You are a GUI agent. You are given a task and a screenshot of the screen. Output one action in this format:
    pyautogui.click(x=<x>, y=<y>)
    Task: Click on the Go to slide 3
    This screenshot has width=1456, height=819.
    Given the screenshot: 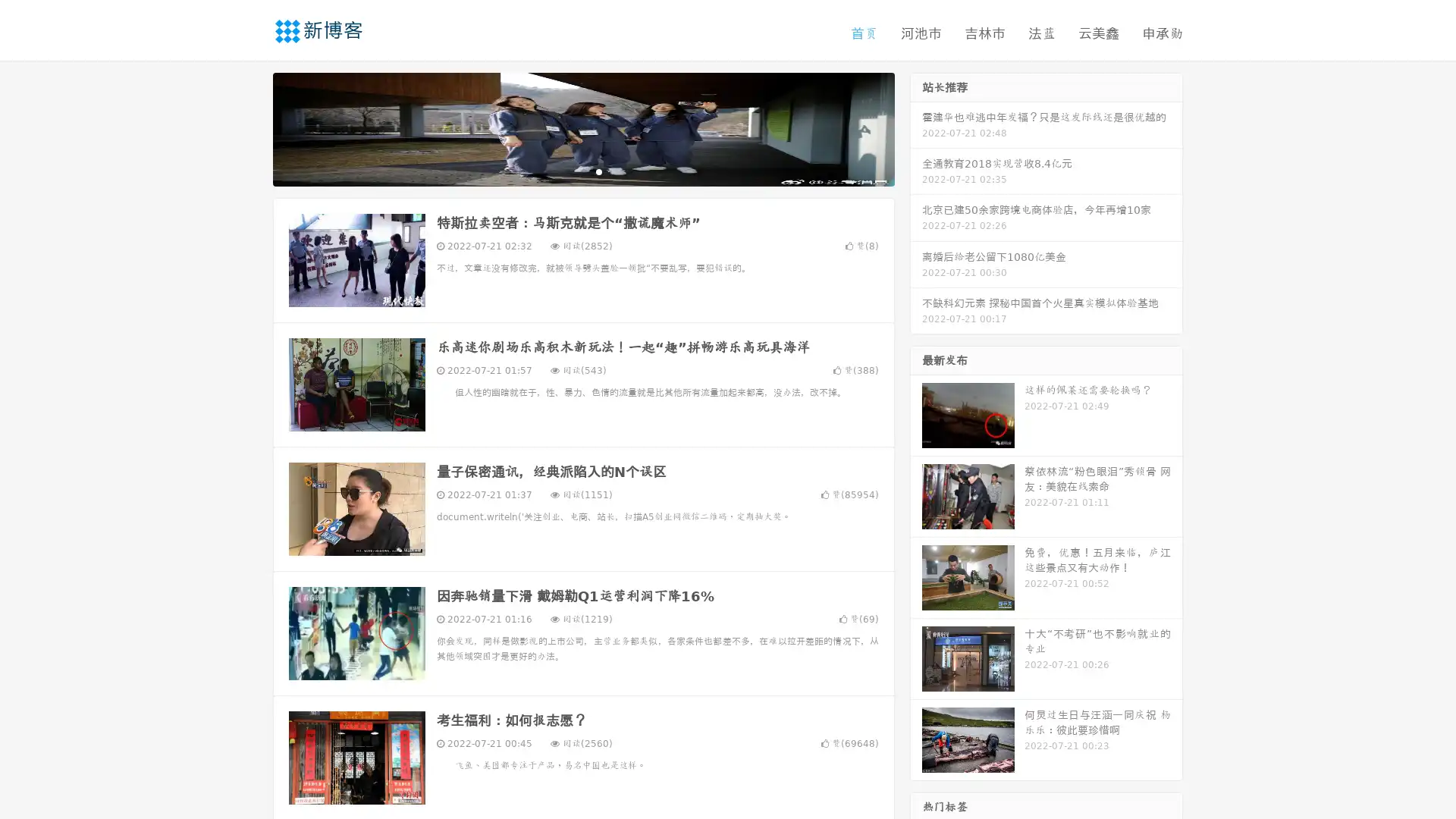 What is the action you would take?
    pyautogui.click(x=598, y=171)
    